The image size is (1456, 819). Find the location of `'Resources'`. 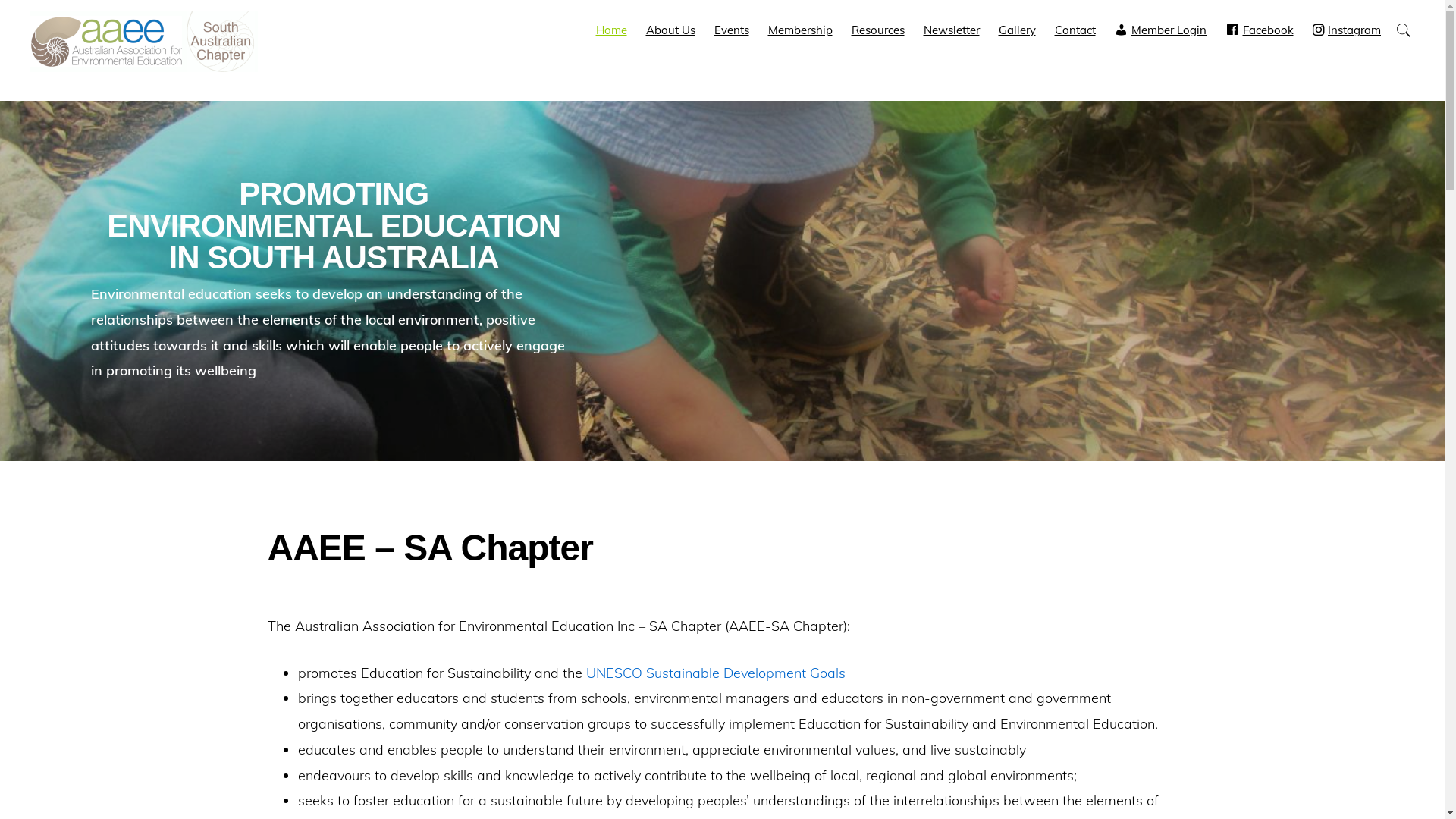

'Resources' is located at coordinates (843, 30).